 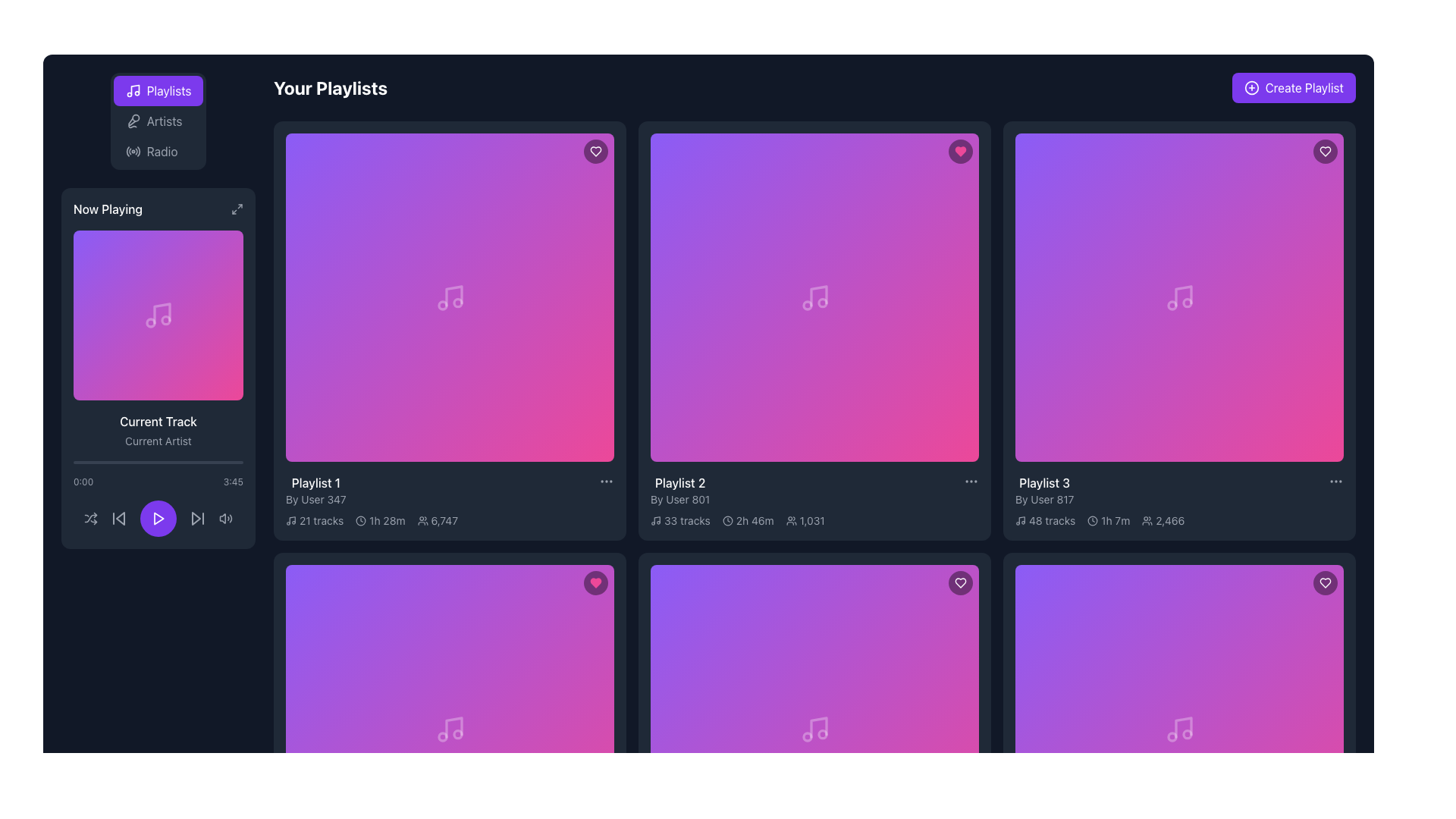 What do you see at coordinates (158, 421) in the screenshot?
I see `text from the label that indicates the current track being played in the 'Now Playing' section, positioned below the album artwork and above the 'Current Artist' label` at bounding box center [158, 421].